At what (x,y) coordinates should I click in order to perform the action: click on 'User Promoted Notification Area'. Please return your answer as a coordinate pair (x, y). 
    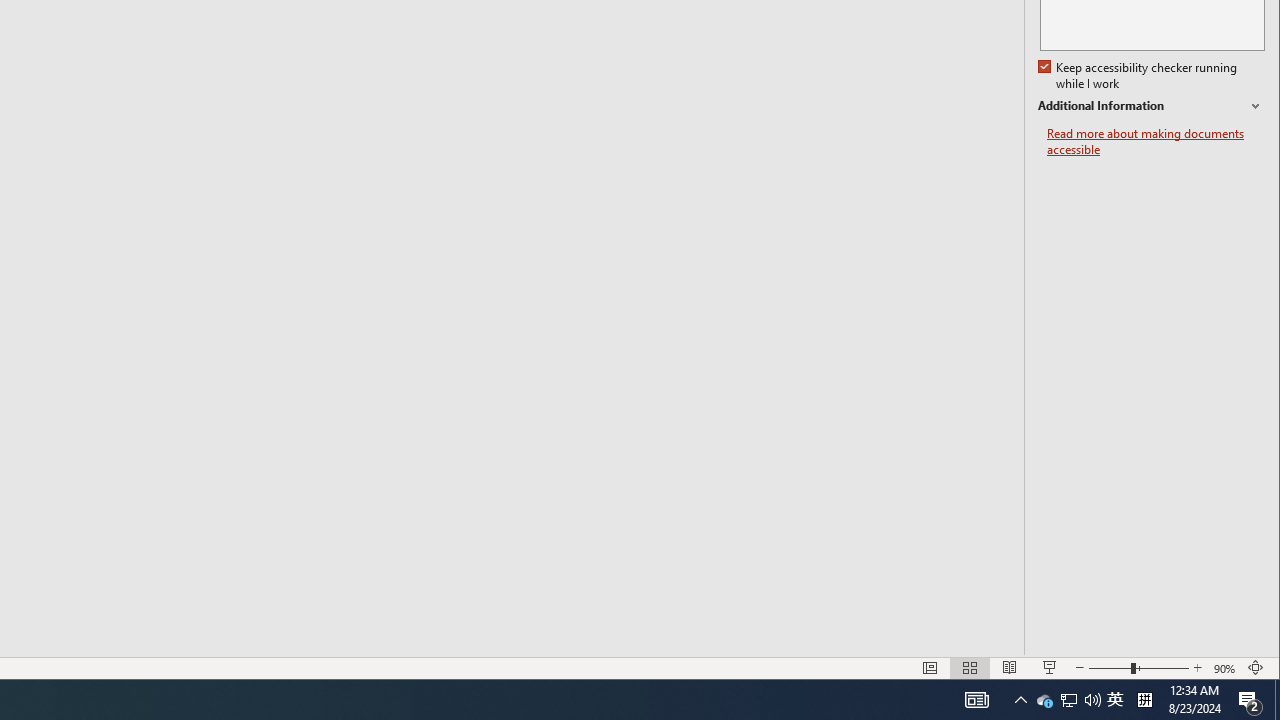
    Looking at the image, I should click on (1067, 698).